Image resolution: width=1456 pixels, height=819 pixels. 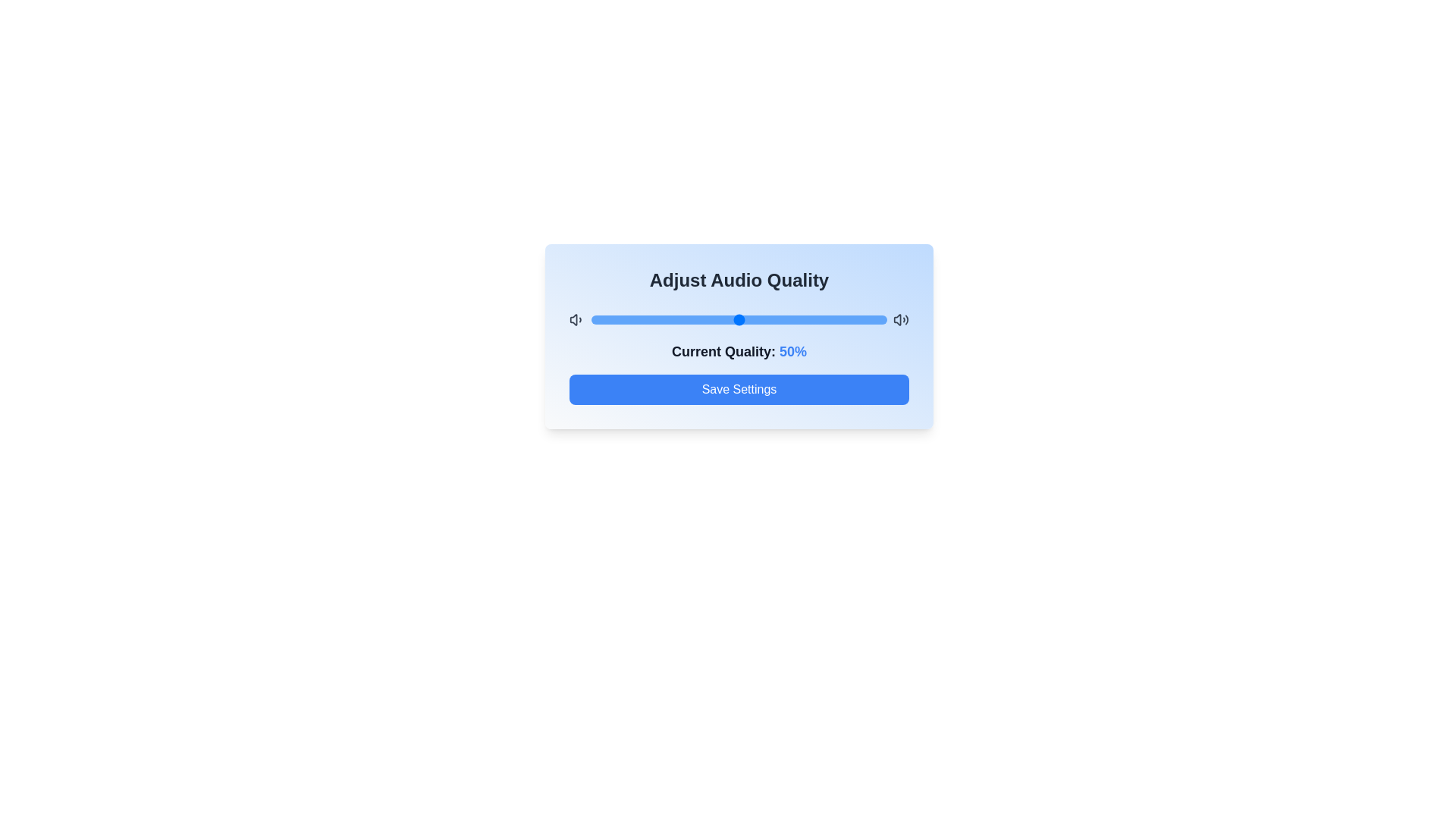 I want to click on the audio quality to 12% by dragging the slider, so click(x=626, y=318).